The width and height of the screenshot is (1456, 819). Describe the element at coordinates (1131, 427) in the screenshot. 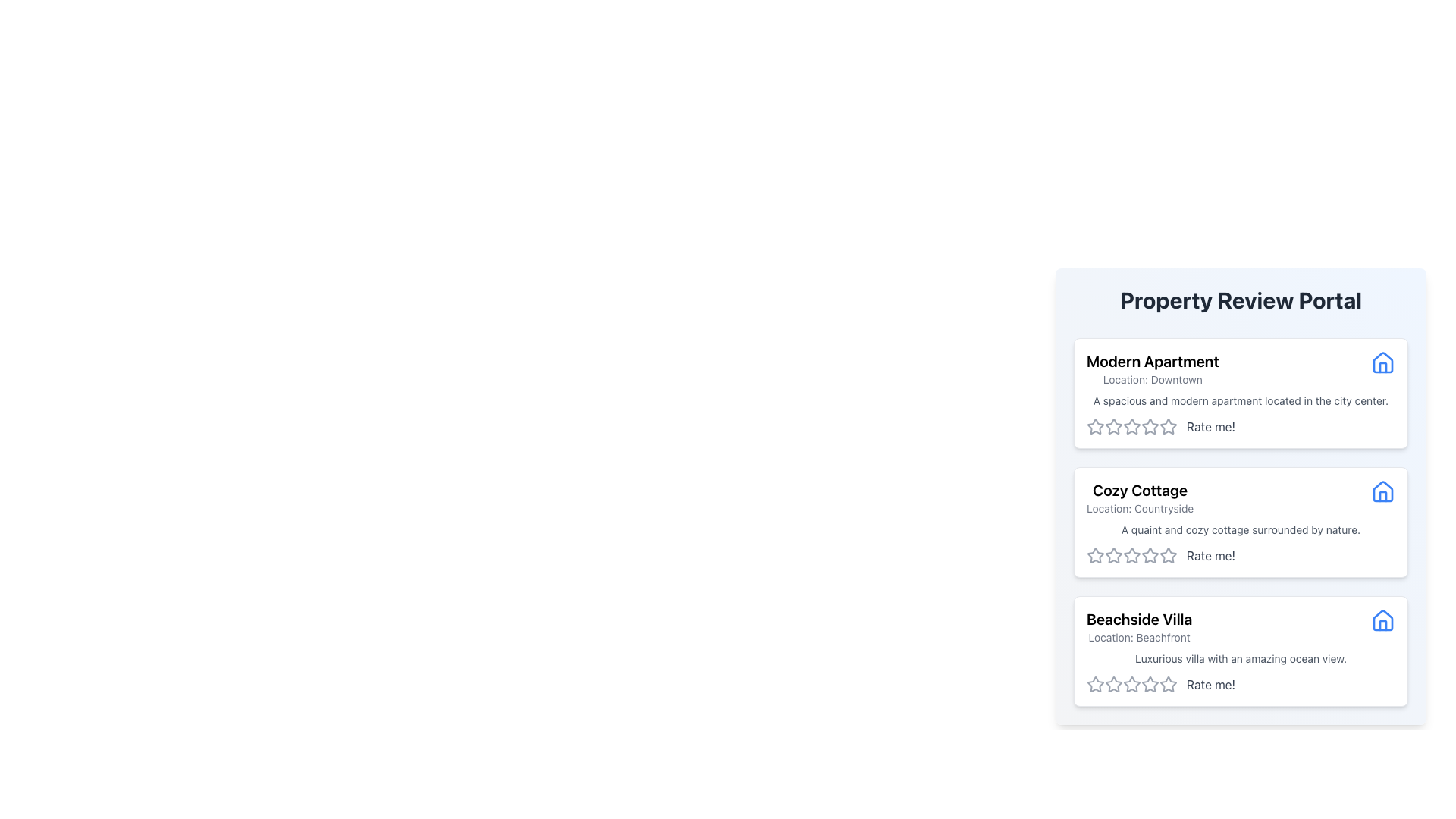

I see `the fourth gray star-shaped Rating Star icon in the rating section of the 'Modern Apartment' card on the 'Property Review Portal'` at that location.